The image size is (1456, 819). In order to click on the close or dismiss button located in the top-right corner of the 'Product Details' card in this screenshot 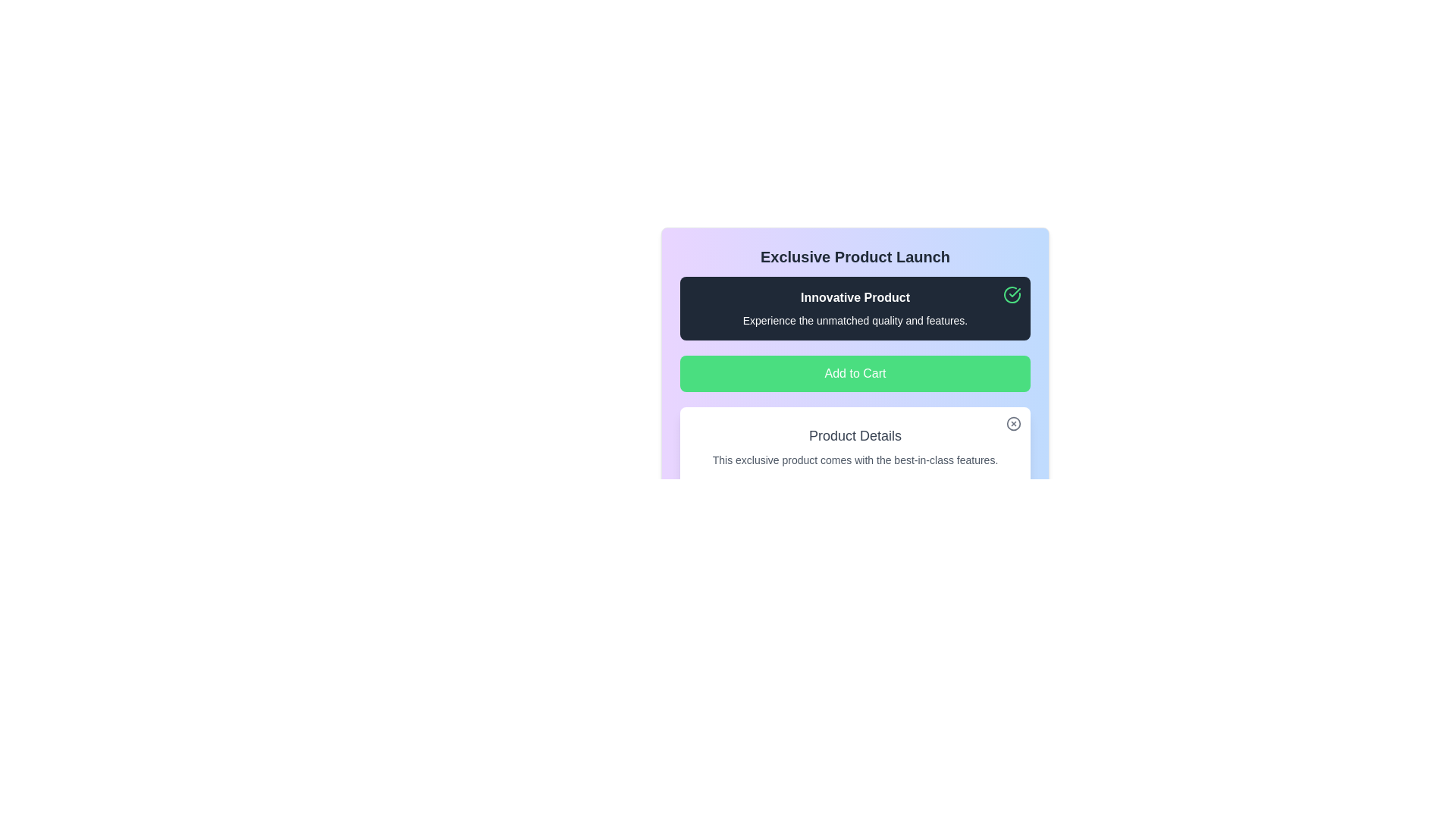, I will do `click(1014, 424)`.